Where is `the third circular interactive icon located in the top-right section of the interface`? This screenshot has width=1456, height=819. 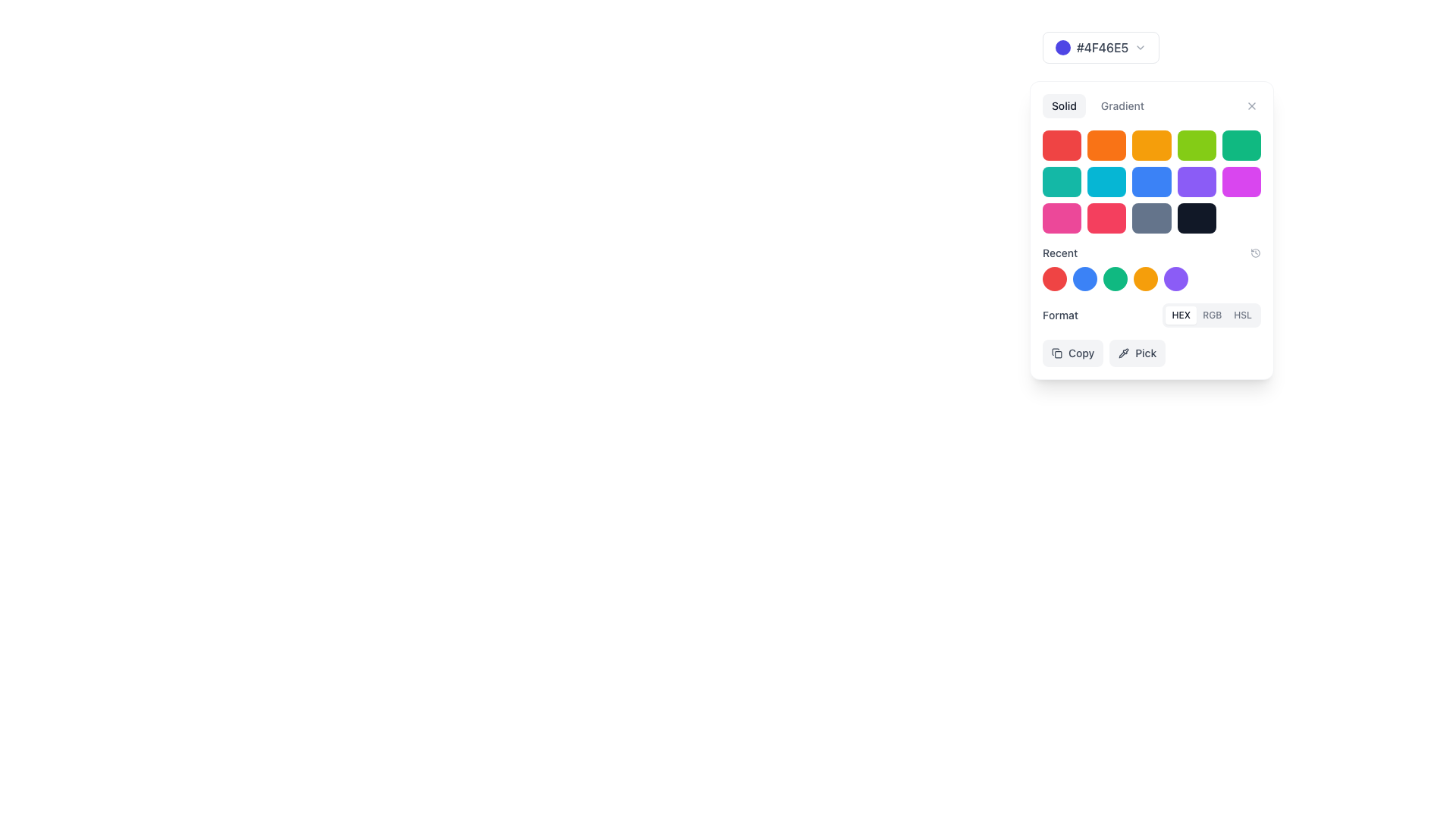
the third circular interactive icon located in the top-right section of the interface is located at coordinates (1115, 278).